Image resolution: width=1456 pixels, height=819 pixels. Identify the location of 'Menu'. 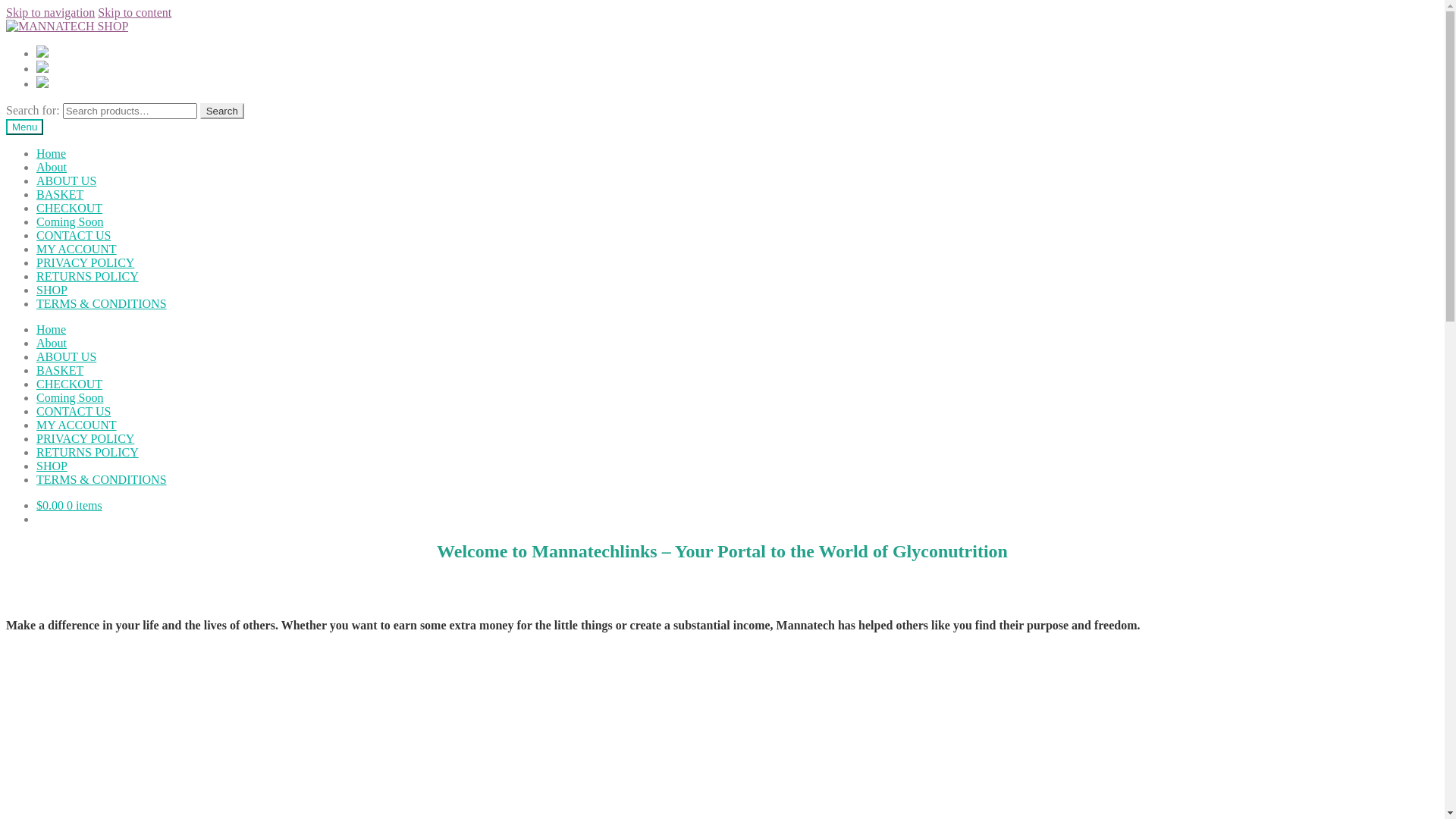
(6, 126).